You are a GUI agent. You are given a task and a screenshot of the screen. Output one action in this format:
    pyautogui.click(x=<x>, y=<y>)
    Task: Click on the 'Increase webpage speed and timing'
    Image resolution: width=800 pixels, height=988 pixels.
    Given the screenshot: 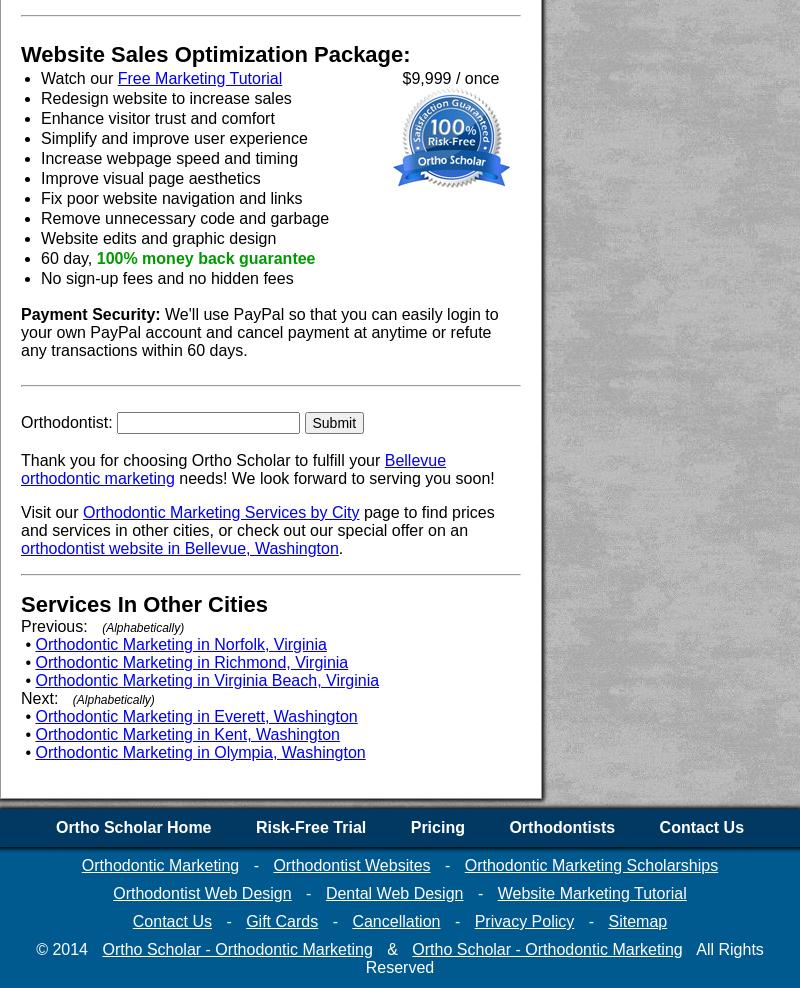 What is the action you would take?
    pyautogui.click(x=168, y=157)
    